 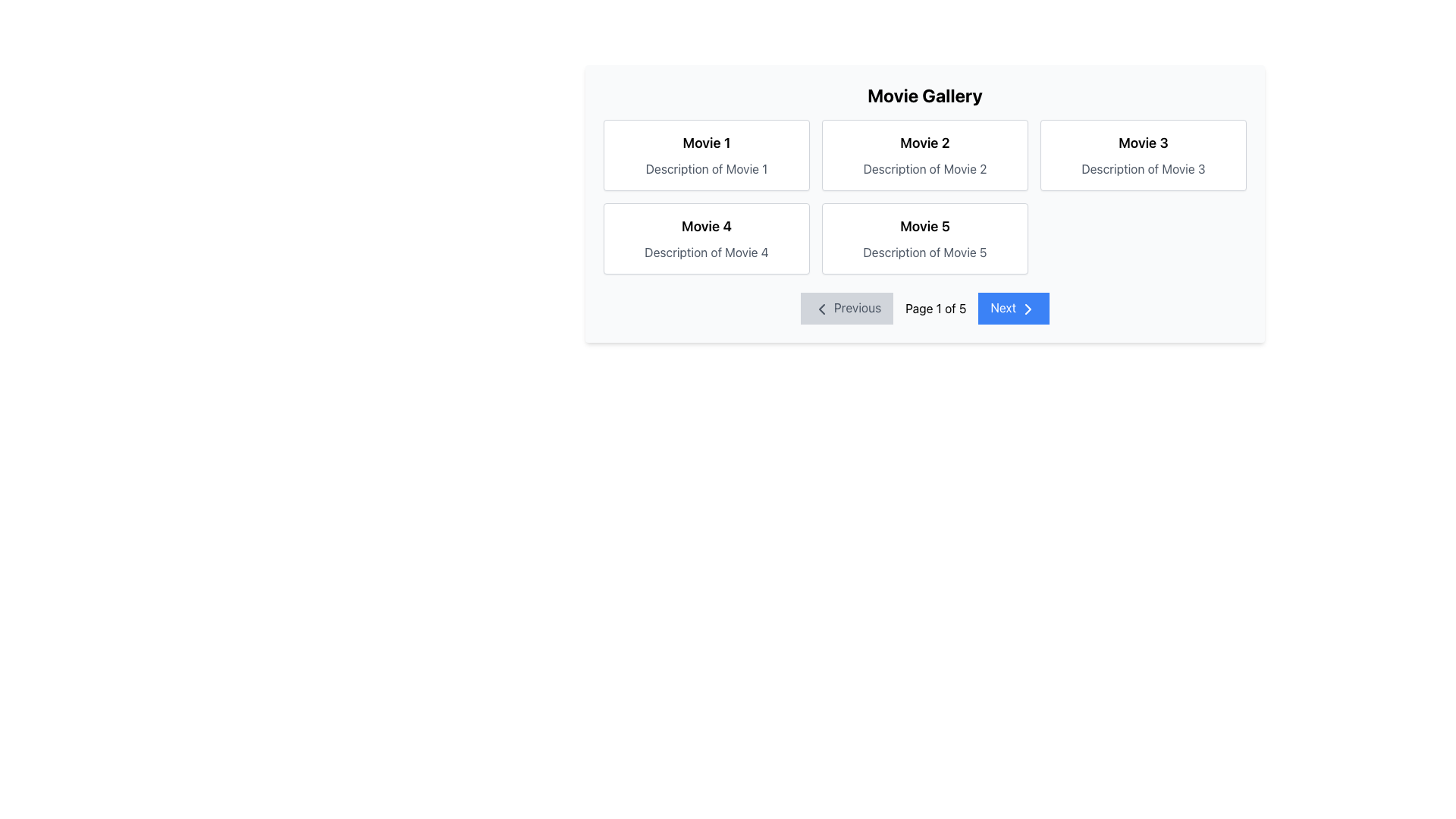 I want to click on the Text Label that serves as the title or name of a movie entry located on the right-hand side of the second row in a grid-style layout, positioned above the text 'Description of Movie 5', so click(x=924, y=227).